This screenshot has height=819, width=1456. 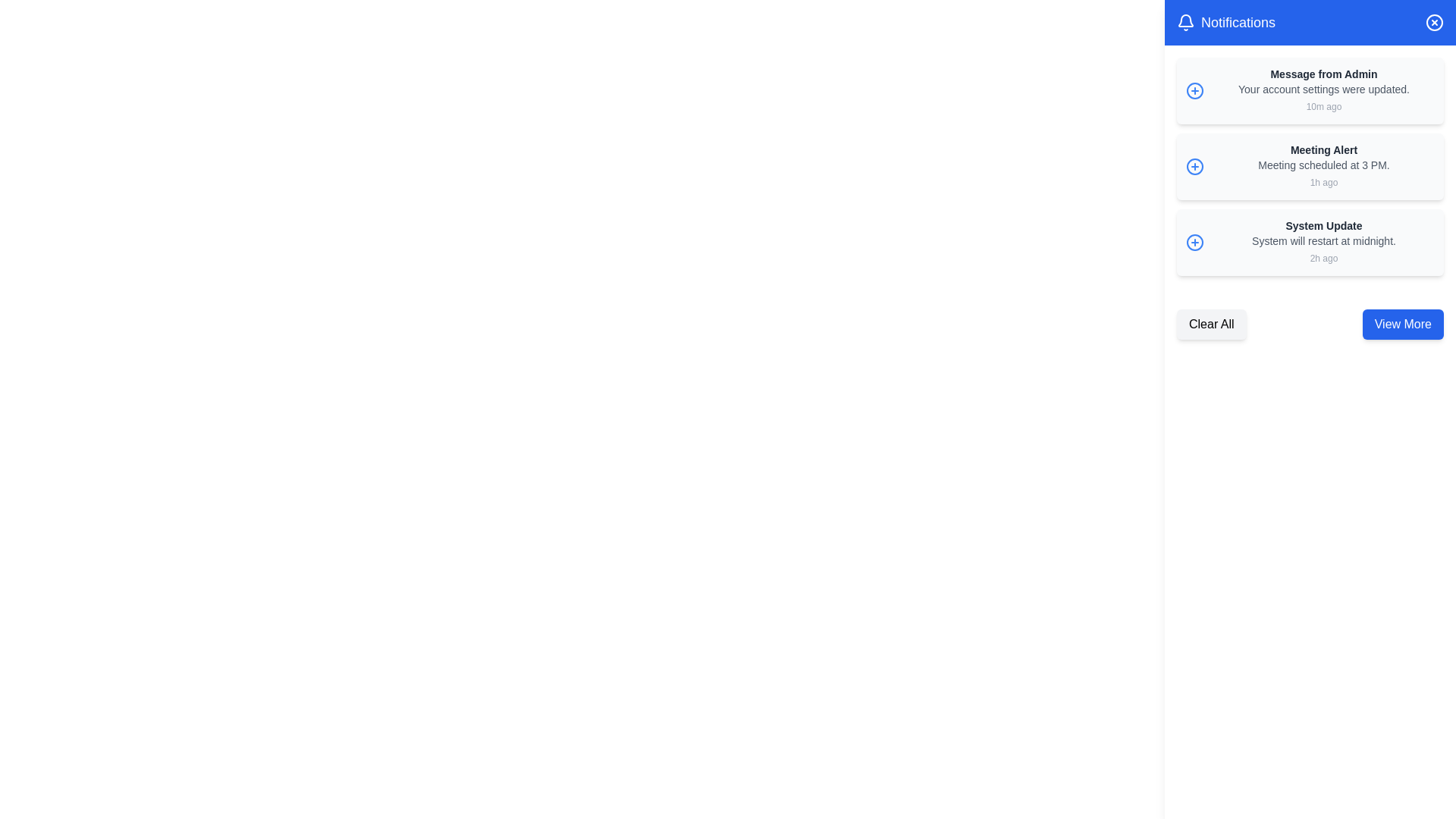 What do you see at coordinates (1194, 242) in the screenshot?
I see `the circular part of the plus icon in the third notification item of the sidebar` at bounding box center [1194, 242].